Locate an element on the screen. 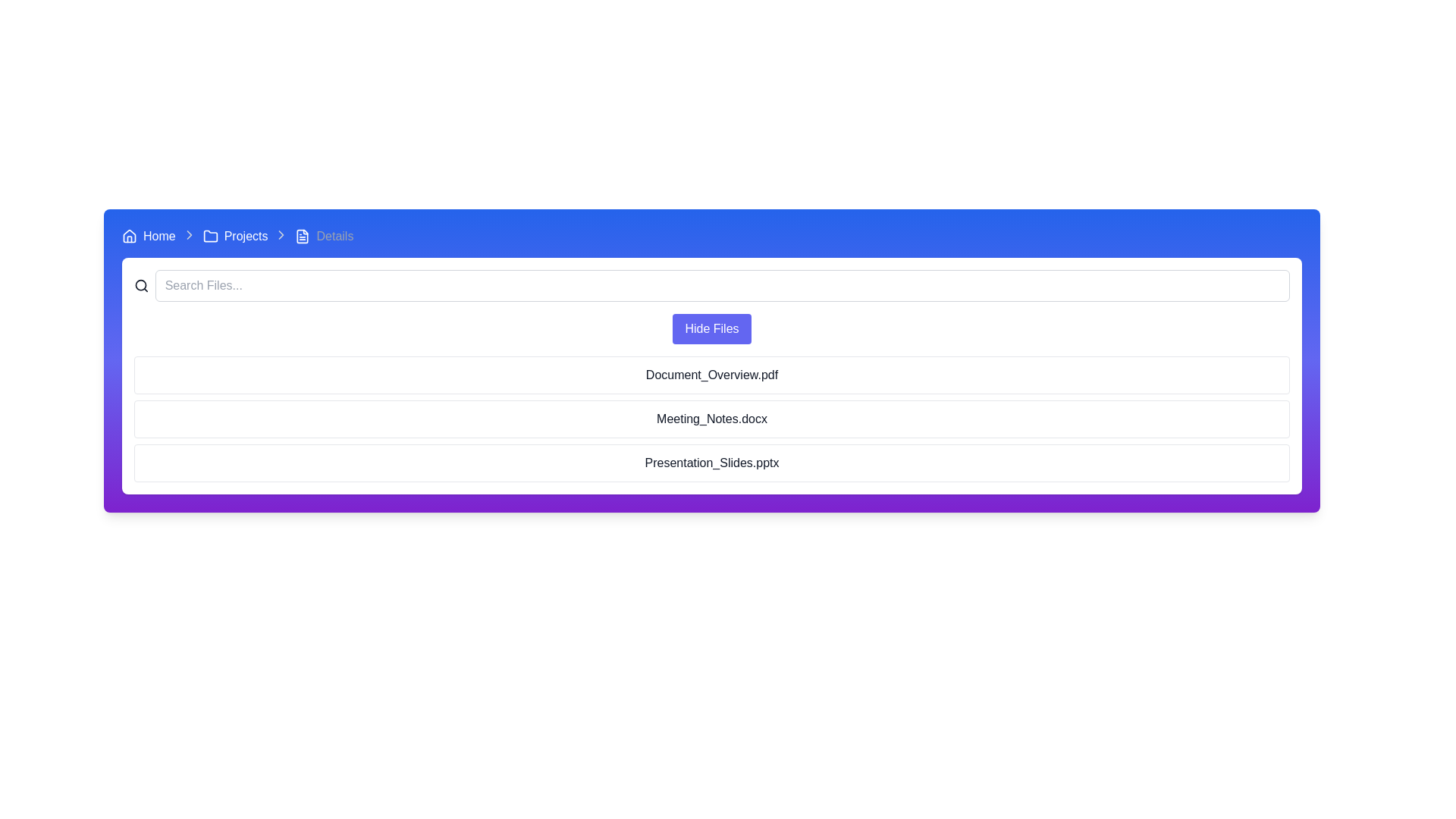  the file item labeled 'Presentation_Slides.pptx' is located at coordinates (711, 462).